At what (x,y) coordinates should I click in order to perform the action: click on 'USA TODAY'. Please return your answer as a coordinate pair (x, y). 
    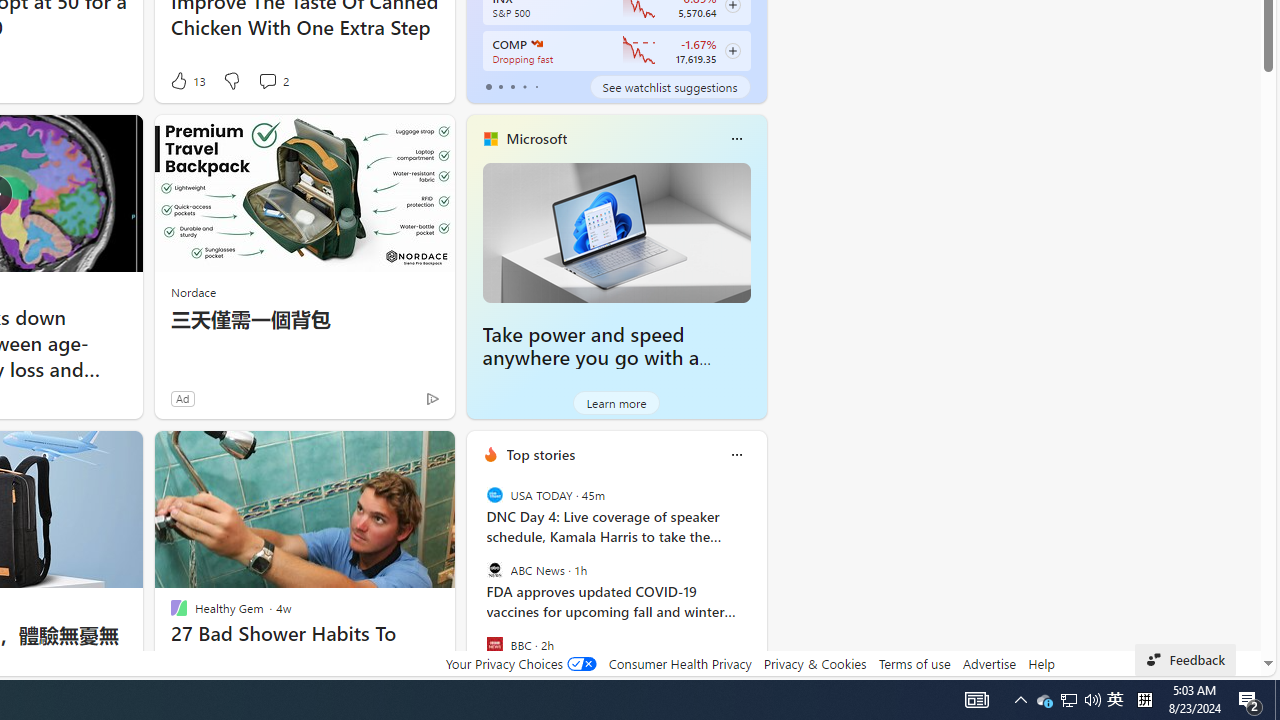
    Looking at the image, I should click on (494, 495).